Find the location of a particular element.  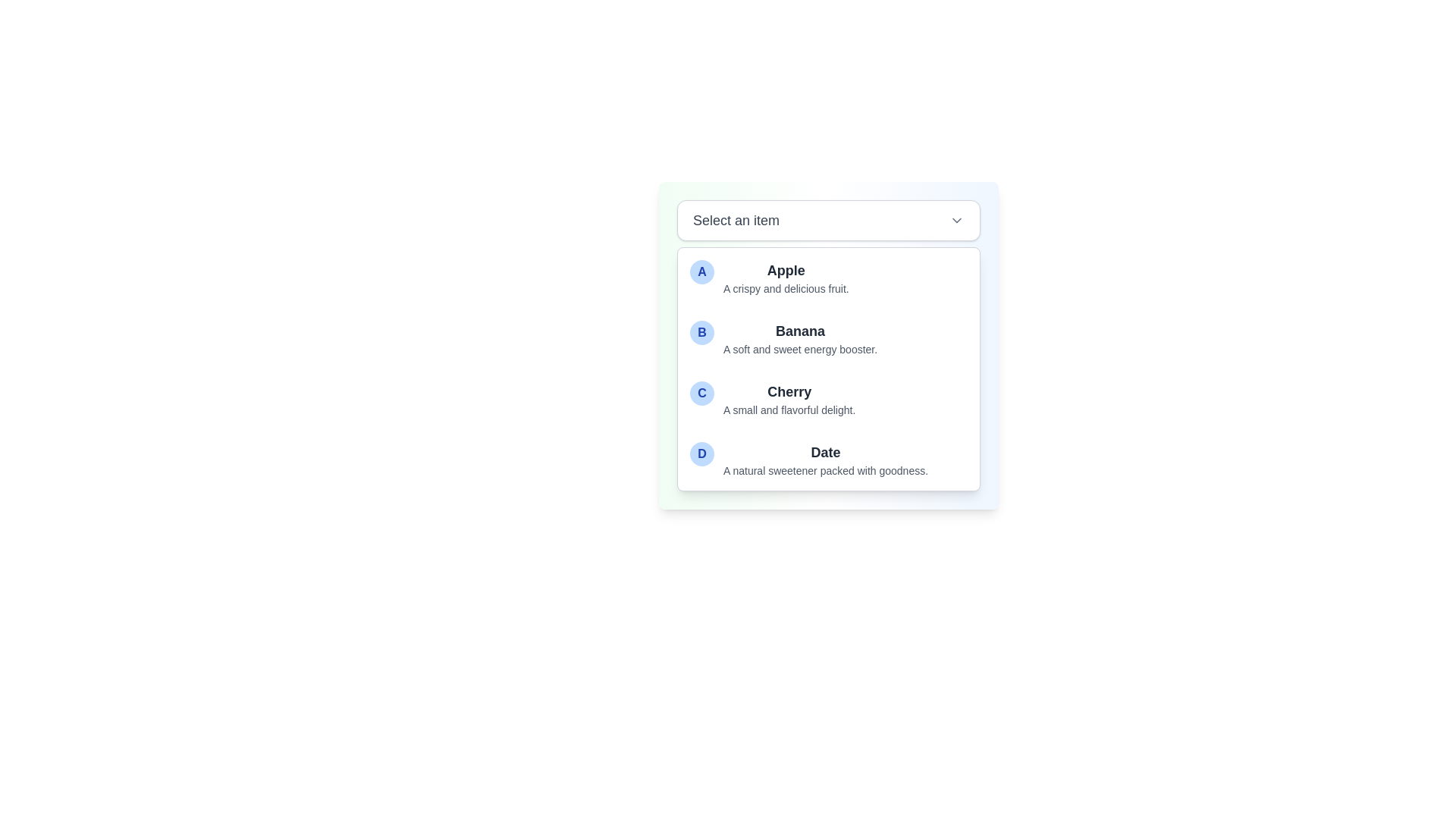

the downward-facing chevron icon (Dropdown indicator) located beside the 'Select an item' text to trigger a visual response is located at coordinates (956, 220).